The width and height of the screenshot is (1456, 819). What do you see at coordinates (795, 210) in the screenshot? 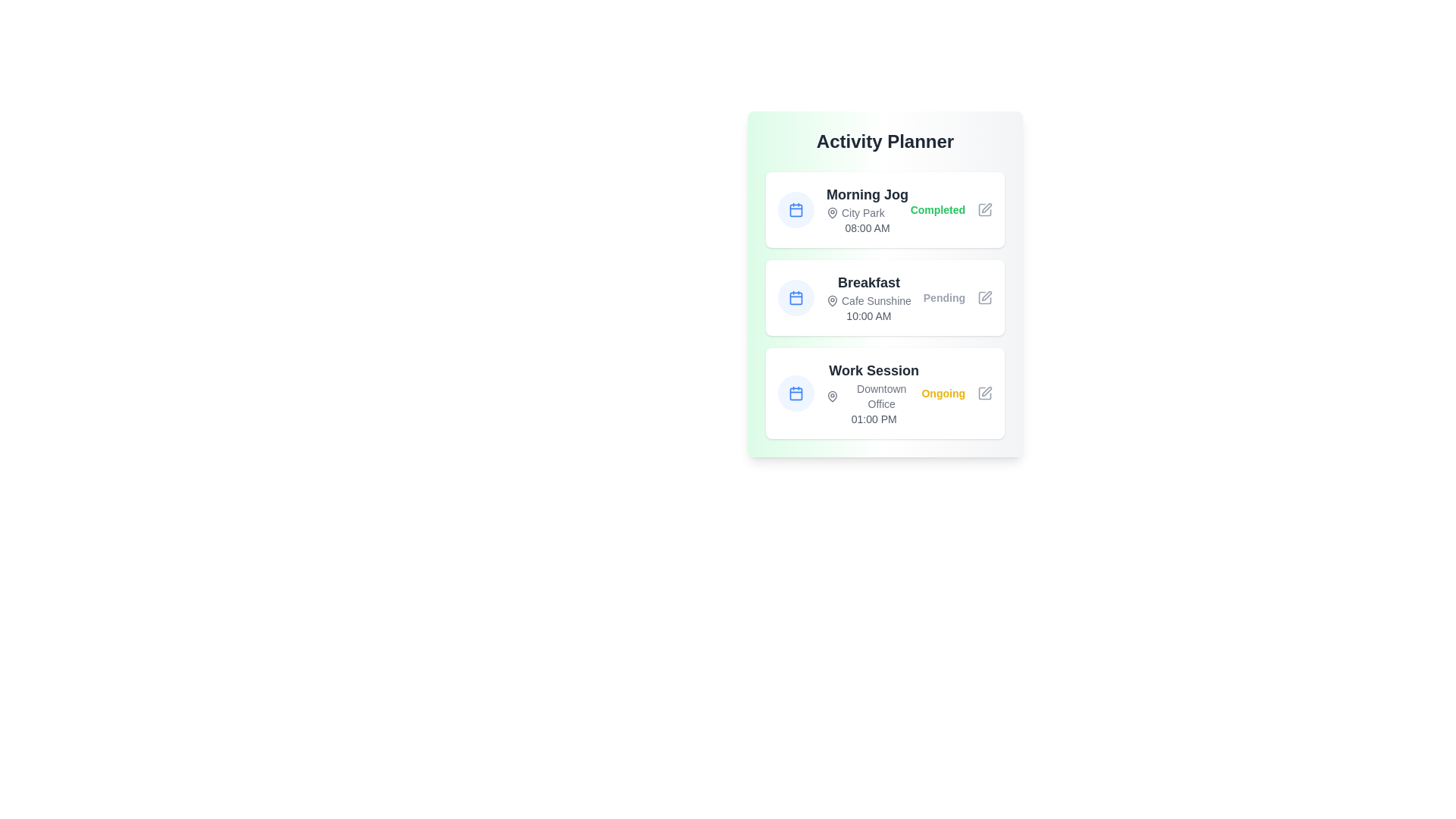
I see `the calendar icon, which is the first icon in the 'Activity Planner' list, located to the left of the text 'Morning Jog'` at bounding box center [795, 210].